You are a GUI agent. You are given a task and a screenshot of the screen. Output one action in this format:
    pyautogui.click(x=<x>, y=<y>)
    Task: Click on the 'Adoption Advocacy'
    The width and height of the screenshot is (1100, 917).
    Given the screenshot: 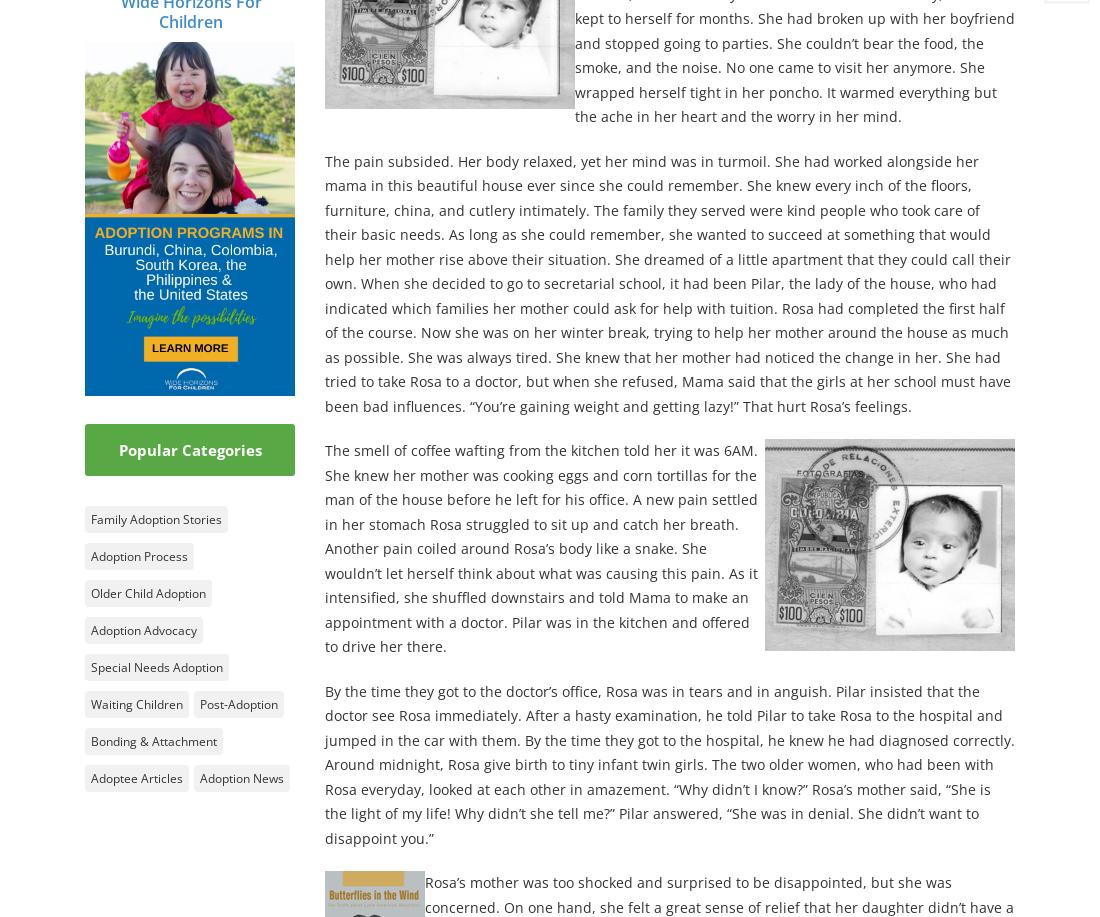 What is the action you would take?
    pyautogui.click(x=90, y=628)
    